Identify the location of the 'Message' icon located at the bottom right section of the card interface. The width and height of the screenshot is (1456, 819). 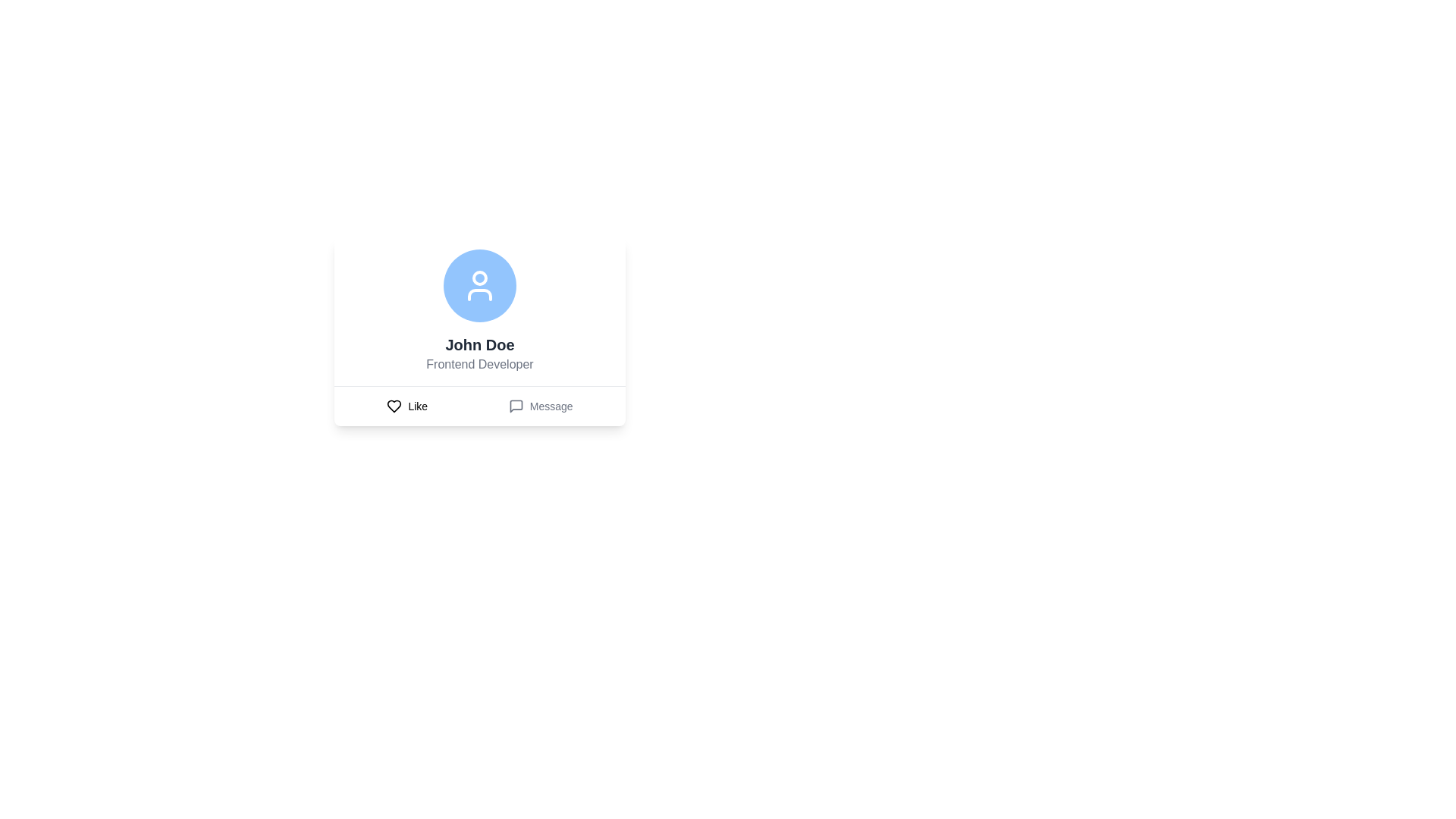
(516, 406).